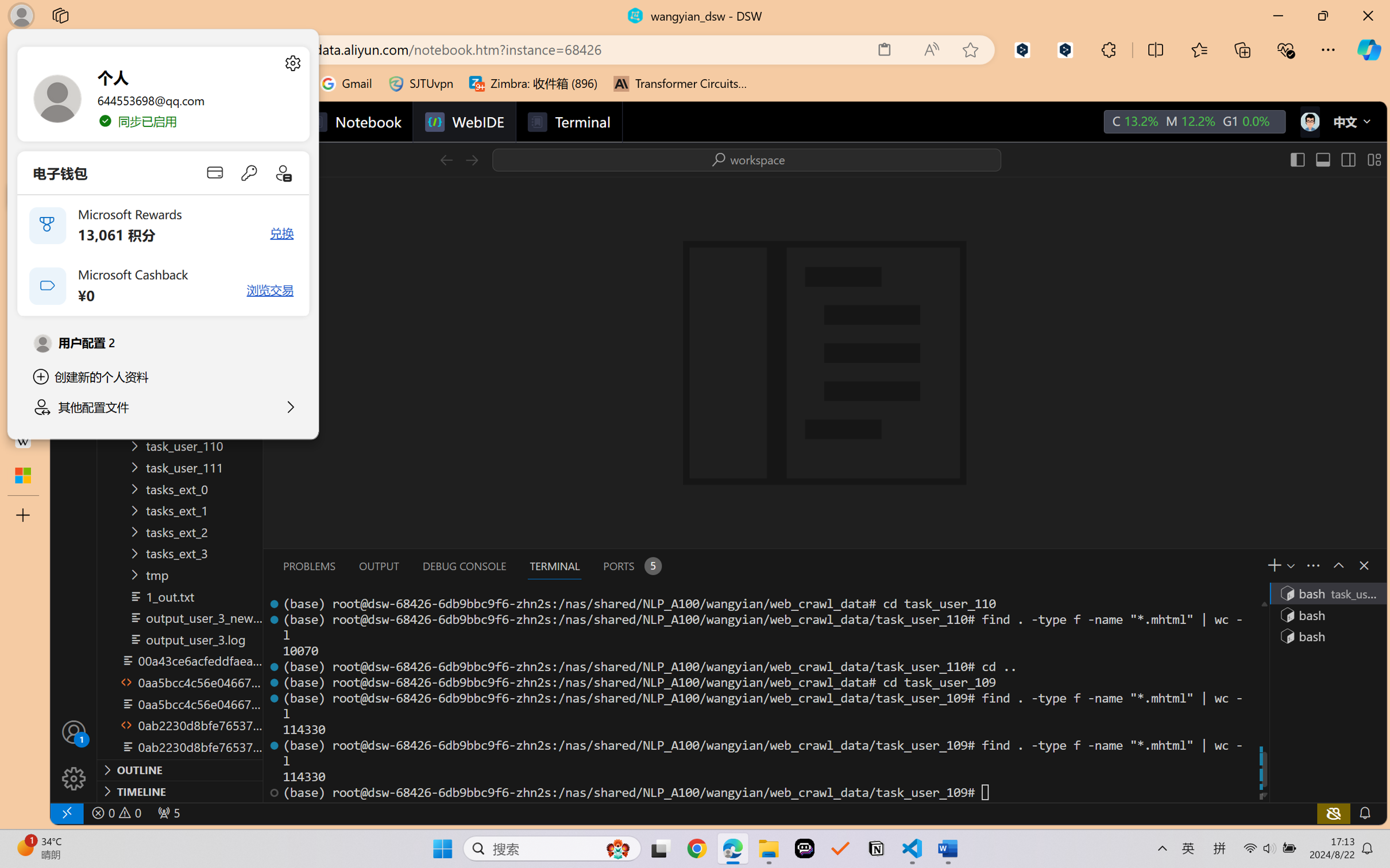  What do you see at coordinates (1364, 812) in the screenshot?
I see `'Notifications'` at bounding box center [1364, 812].